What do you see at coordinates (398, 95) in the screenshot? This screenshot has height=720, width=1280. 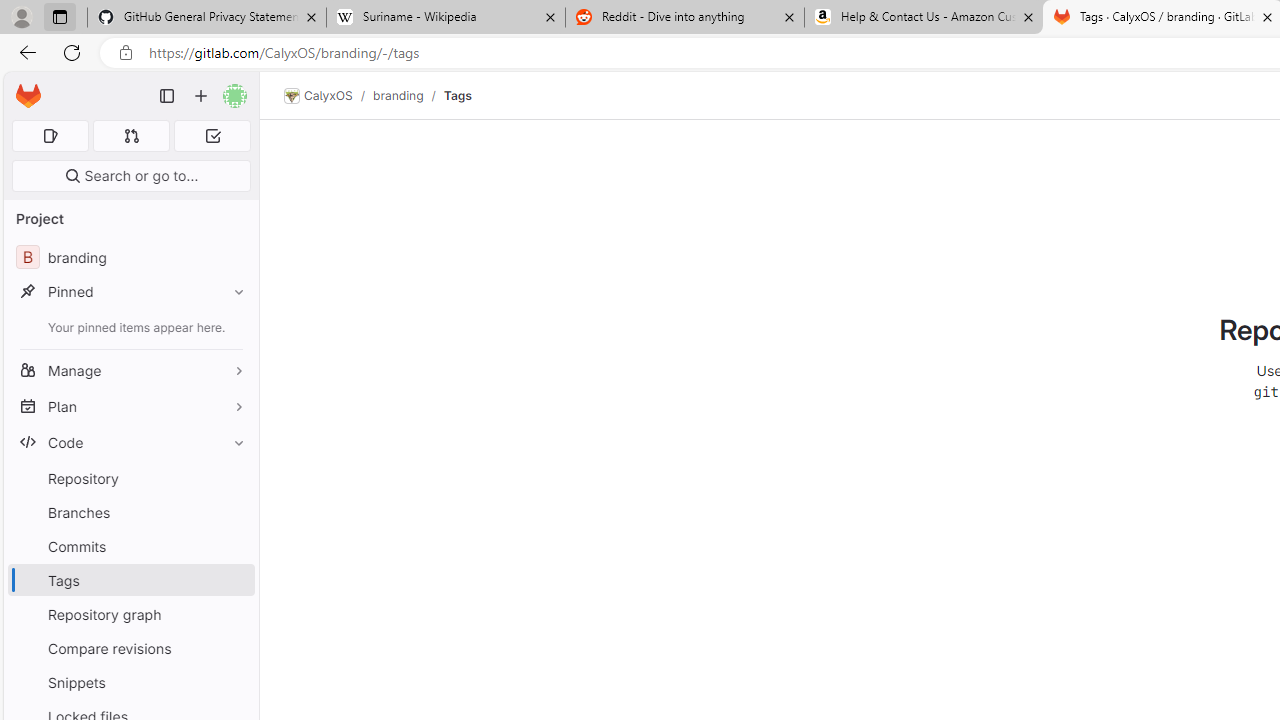 I see `'branding'` at bounding box center [398, 95].